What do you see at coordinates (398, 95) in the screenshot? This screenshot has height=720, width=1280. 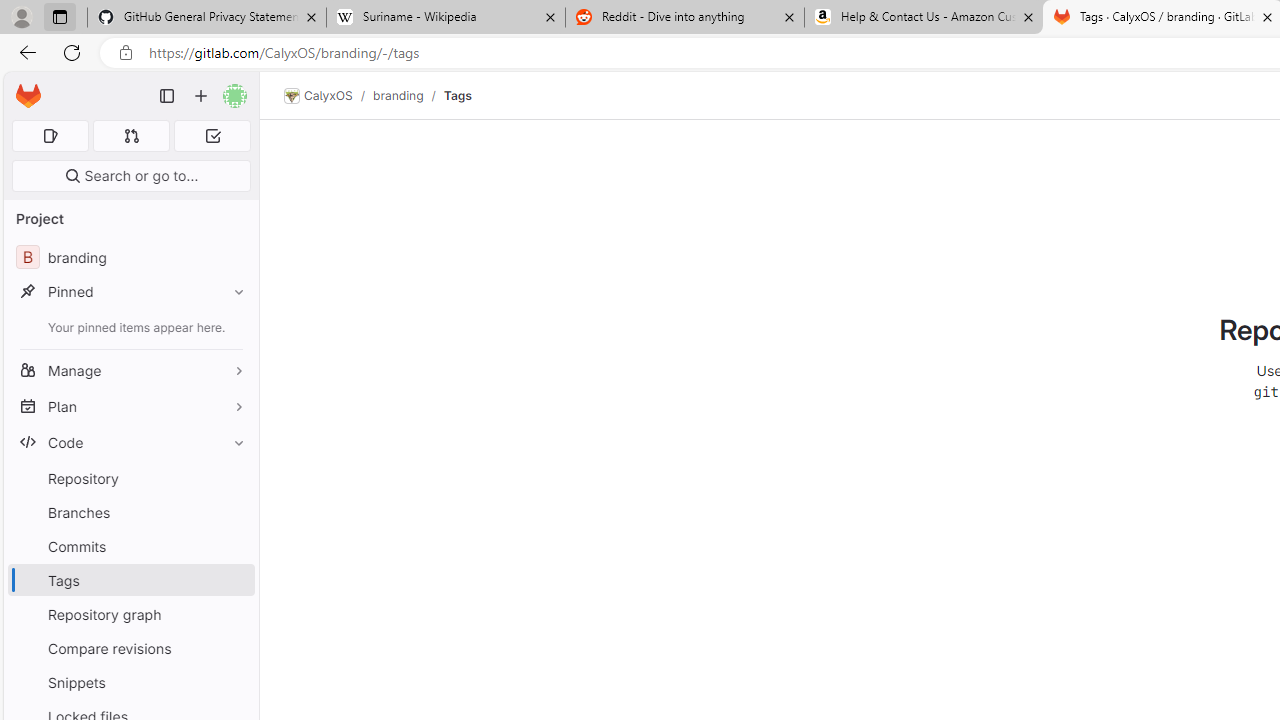 I see `'branding'` at bounding box center [398, 95].